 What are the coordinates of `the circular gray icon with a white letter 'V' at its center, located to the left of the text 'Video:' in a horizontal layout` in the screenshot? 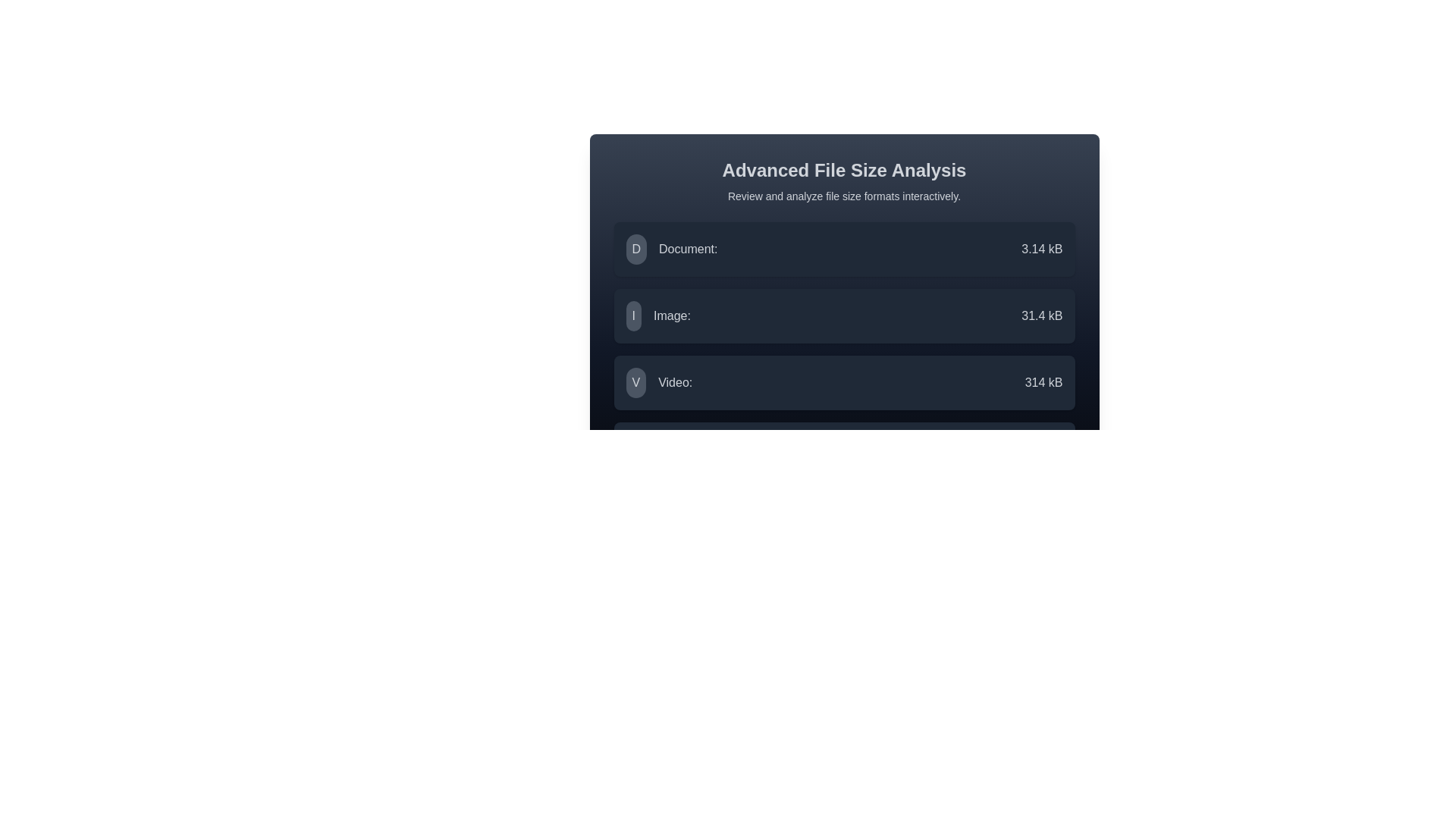 It's located at (635, 382).